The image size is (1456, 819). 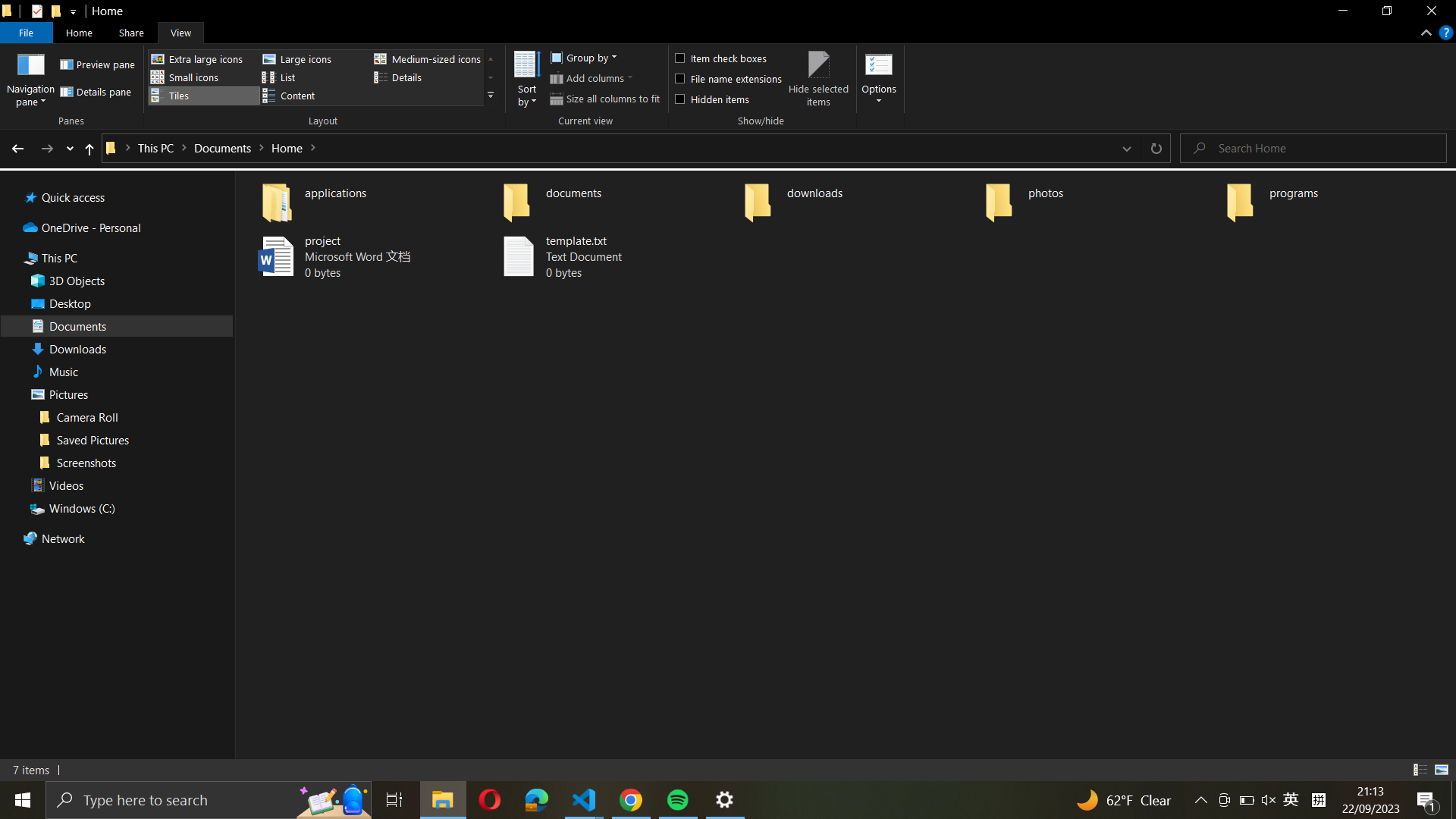 I want to click on the "downloads" folder and select all files, so click(x=858, y=198).